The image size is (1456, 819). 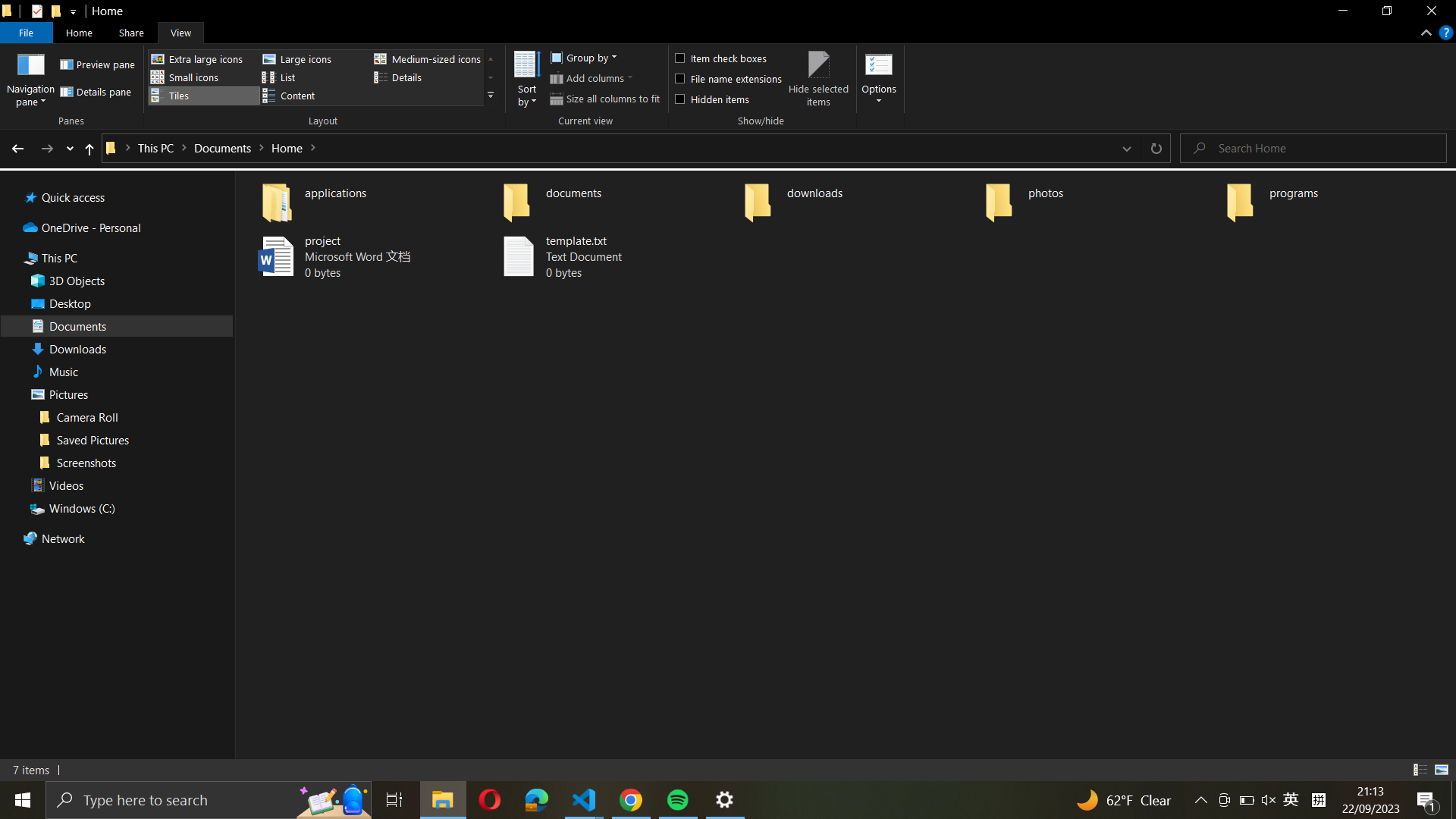 I want to click on the "downloads" folder and select all files, so click(x=858, y=198).